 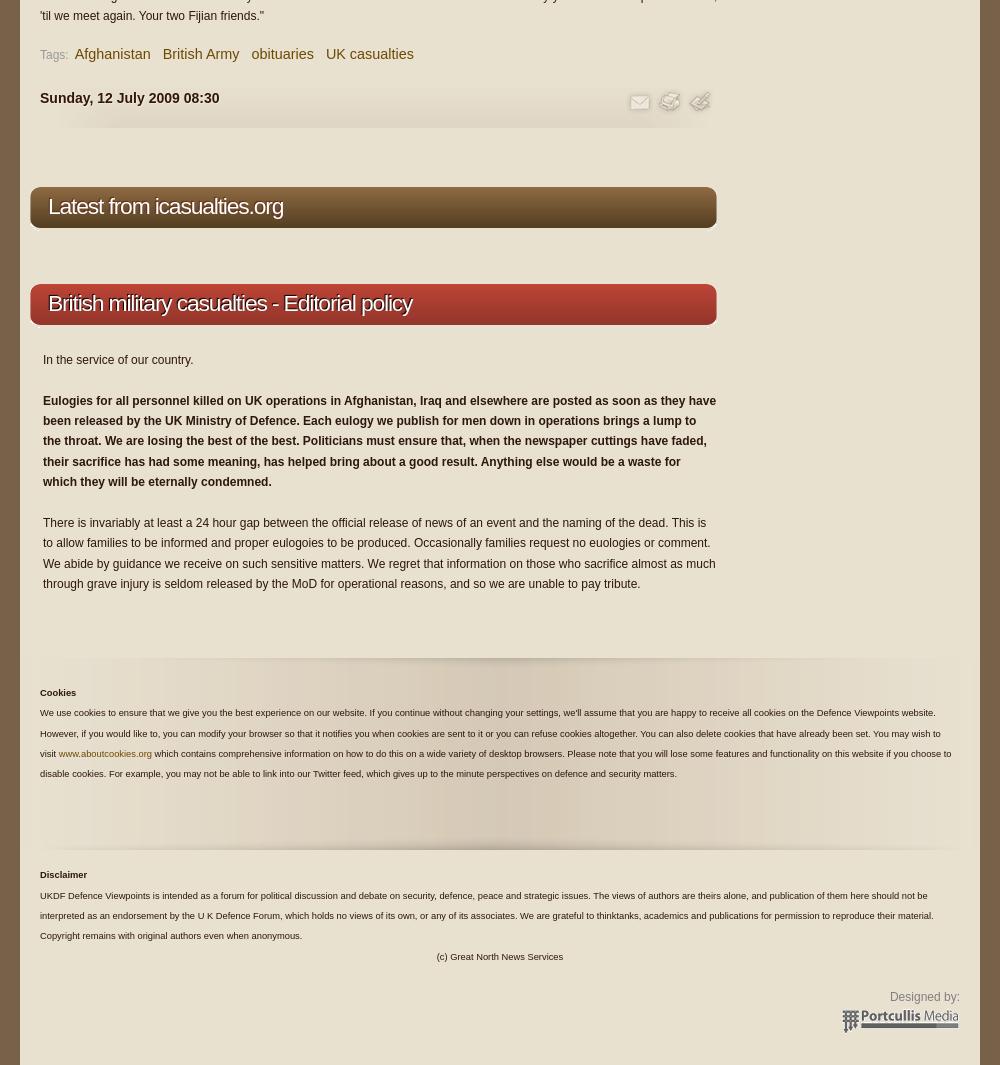 What do you see at coordinates (436, 956) in the screenshot?
I see `'(c) Great North News Services'` at bounding box center [436, 956].